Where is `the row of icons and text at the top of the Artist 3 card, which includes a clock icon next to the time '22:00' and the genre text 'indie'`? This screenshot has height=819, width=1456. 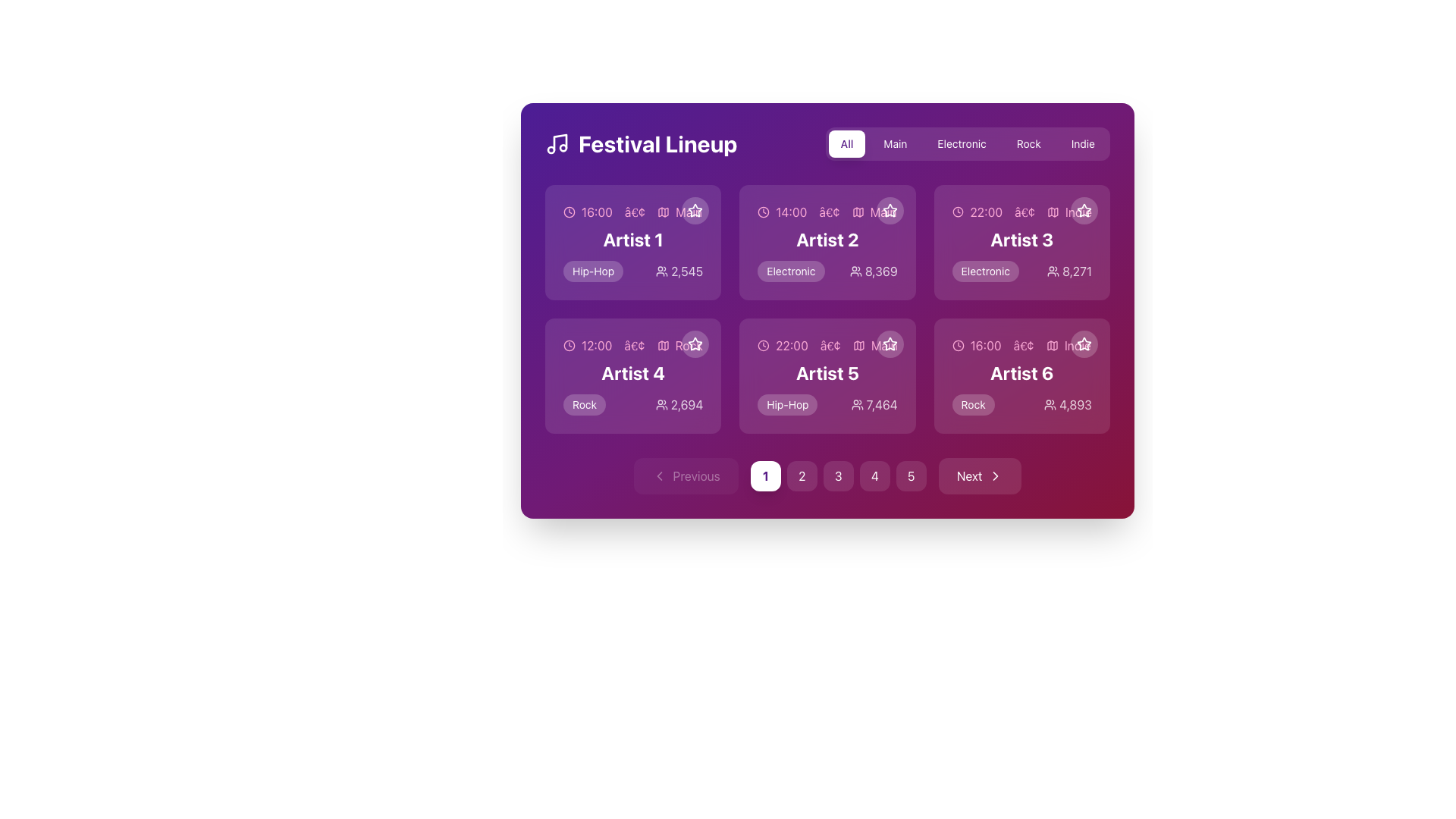
the row of icons and text at the top of the Artist 3 card, which includes a clock icon next to the time '22:00' and the genre text 'indie' is located at coordinates (1021, 212).